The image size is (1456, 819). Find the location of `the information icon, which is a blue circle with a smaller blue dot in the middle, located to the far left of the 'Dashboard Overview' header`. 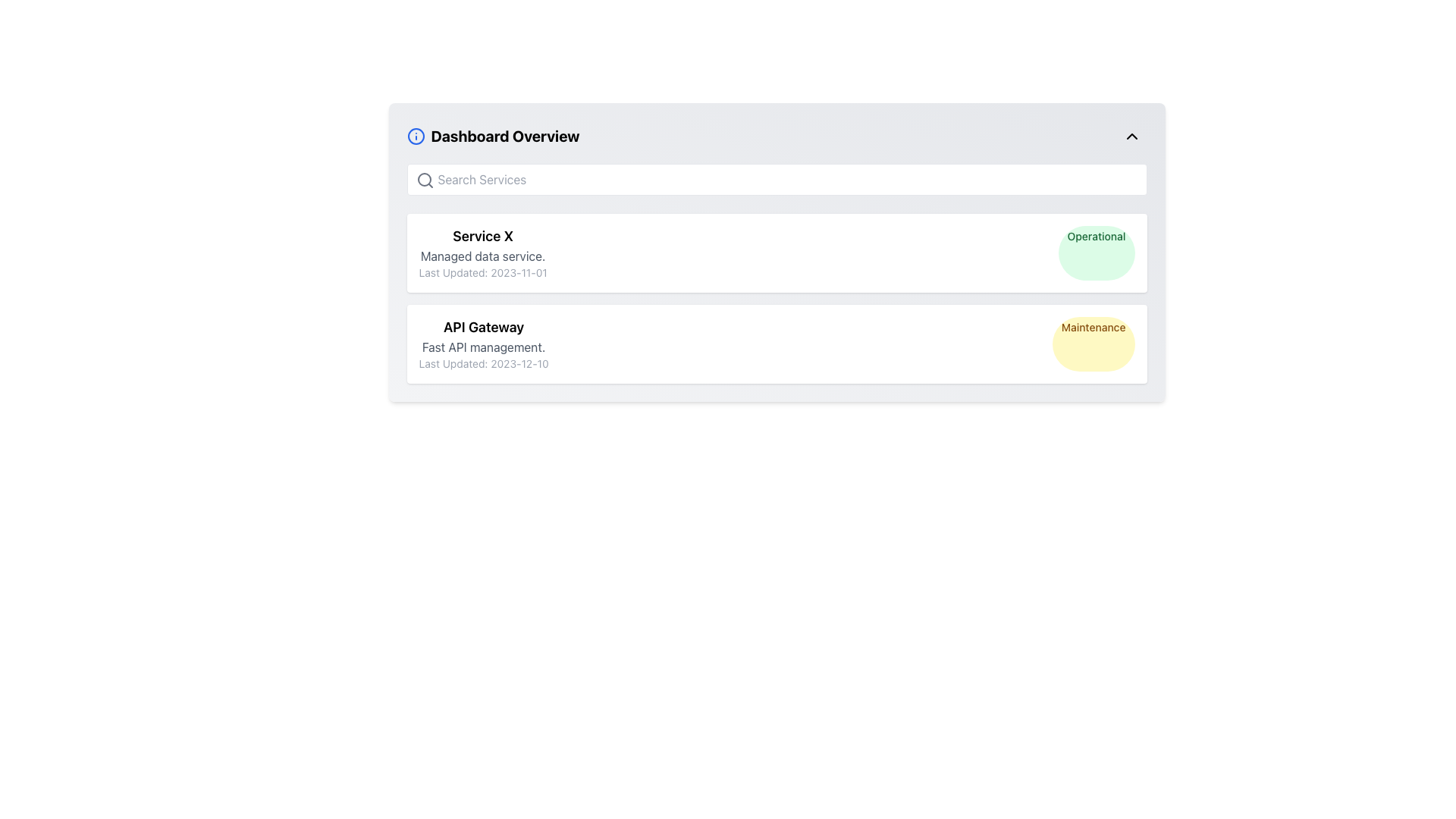

the information icon, which is a blue circle with a smaller blue dot in the middle, located to the far left of the 'Dashboard Overview' header is located at coordinates (416, 136).